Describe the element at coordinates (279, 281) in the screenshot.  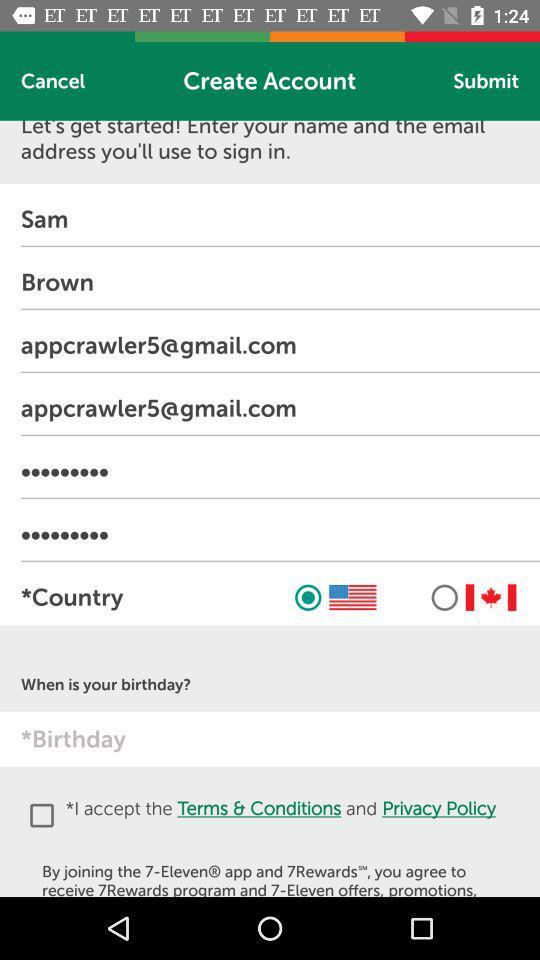
I see `the text brown` at that location.